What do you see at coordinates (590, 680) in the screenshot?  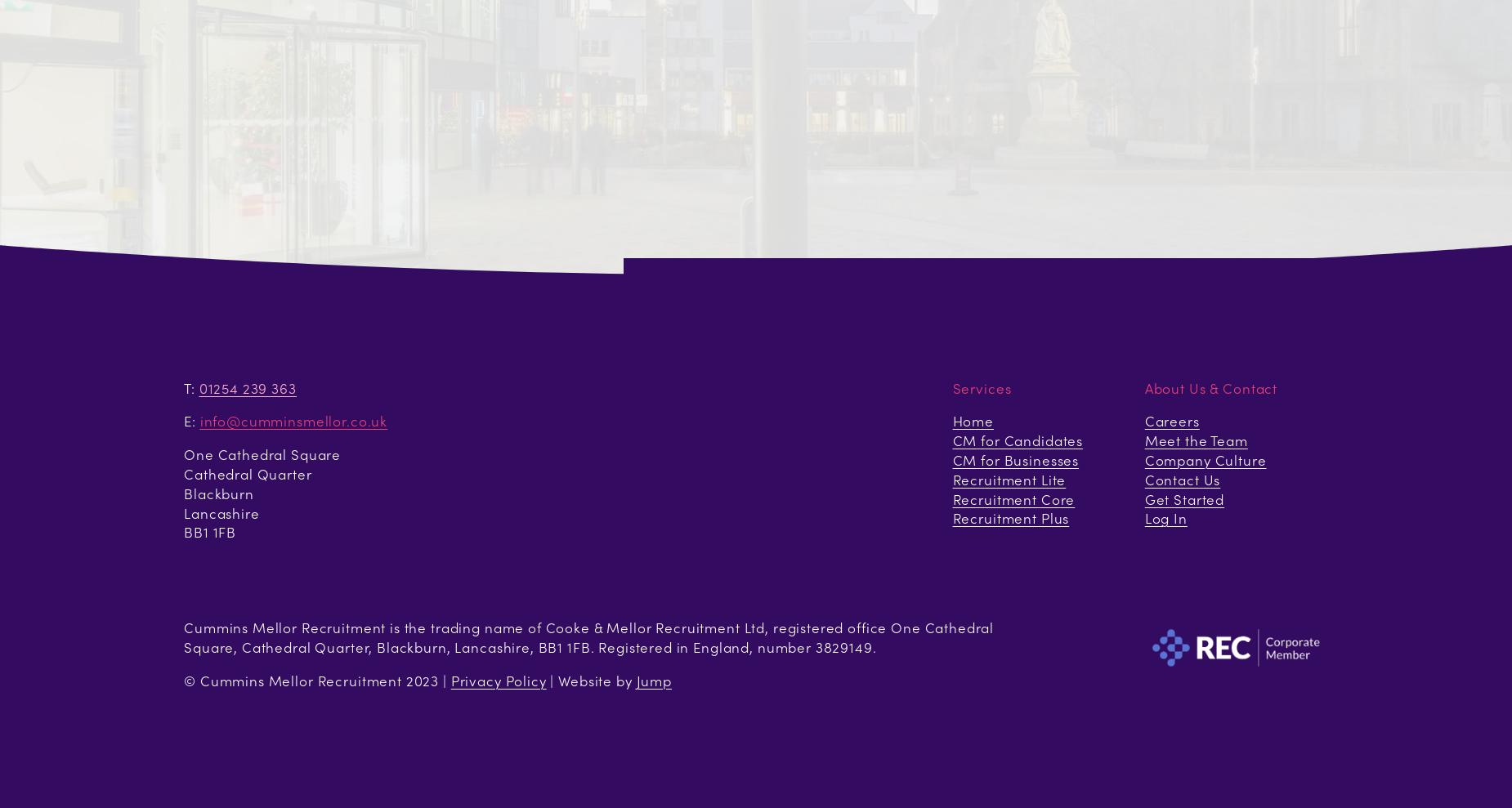 I see `'| Website by'` at bounding box center [590, 680].